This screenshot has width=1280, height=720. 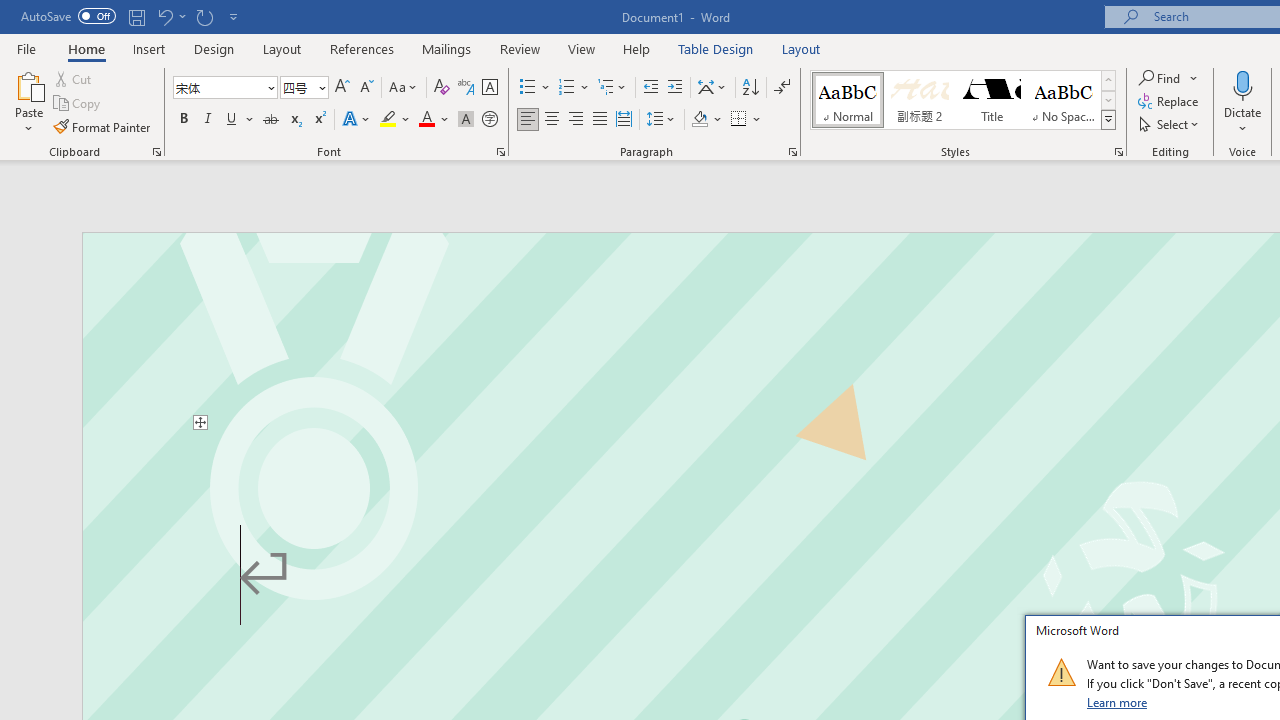 I want to click on 'Undo Text Fill Effect', so click(x=164, y=16).